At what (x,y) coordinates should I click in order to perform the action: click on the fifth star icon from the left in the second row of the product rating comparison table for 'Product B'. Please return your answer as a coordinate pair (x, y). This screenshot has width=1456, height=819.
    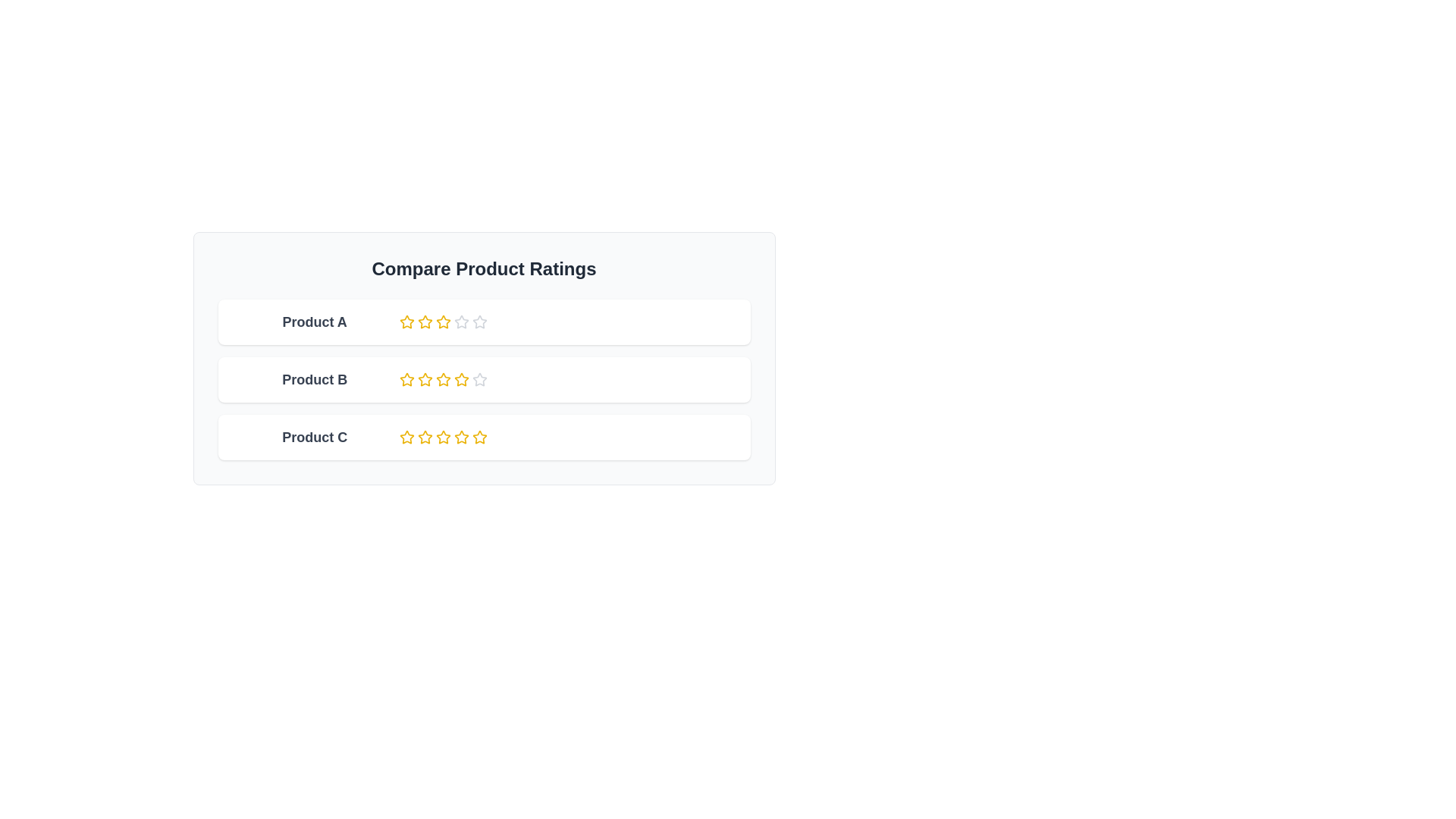
    Looking at the image, I should click on (442, 379).